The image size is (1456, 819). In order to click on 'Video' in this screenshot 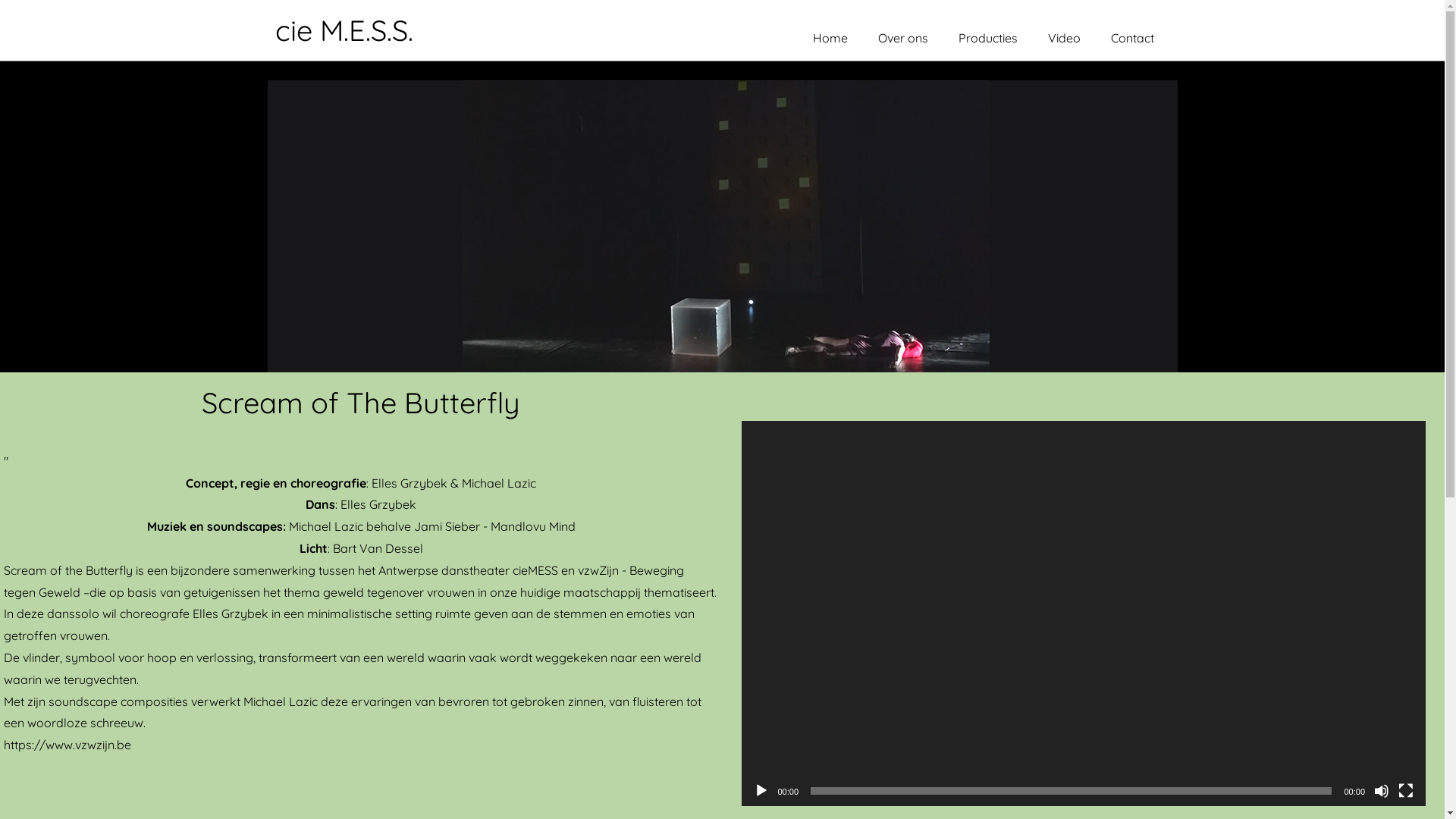, I will do `click(1063, 37)`.